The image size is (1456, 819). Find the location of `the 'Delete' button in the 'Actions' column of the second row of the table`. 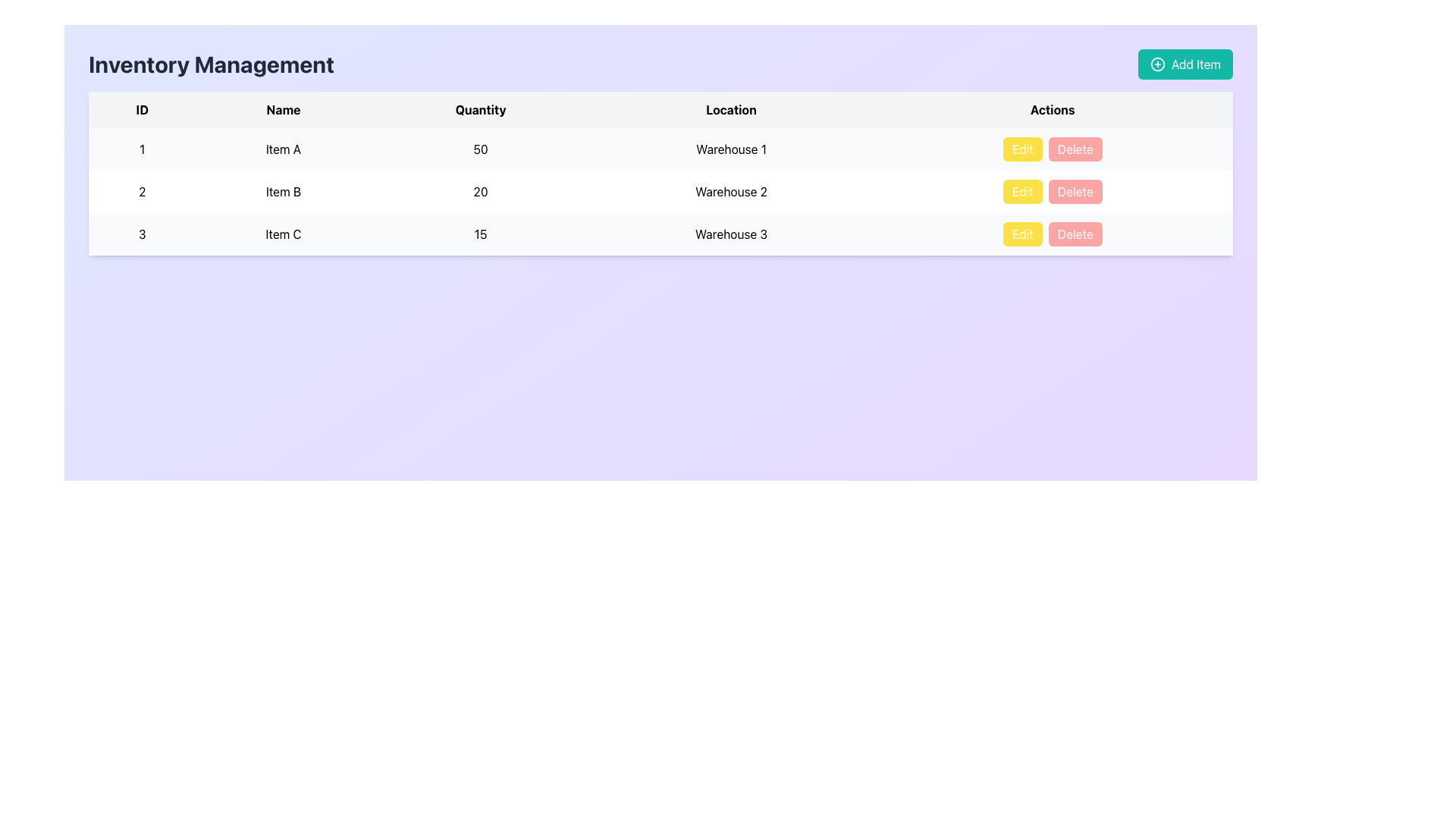

the 'Delete' button in the 'Actions' column of the second row of the table is located at coordinates (1075, 191).